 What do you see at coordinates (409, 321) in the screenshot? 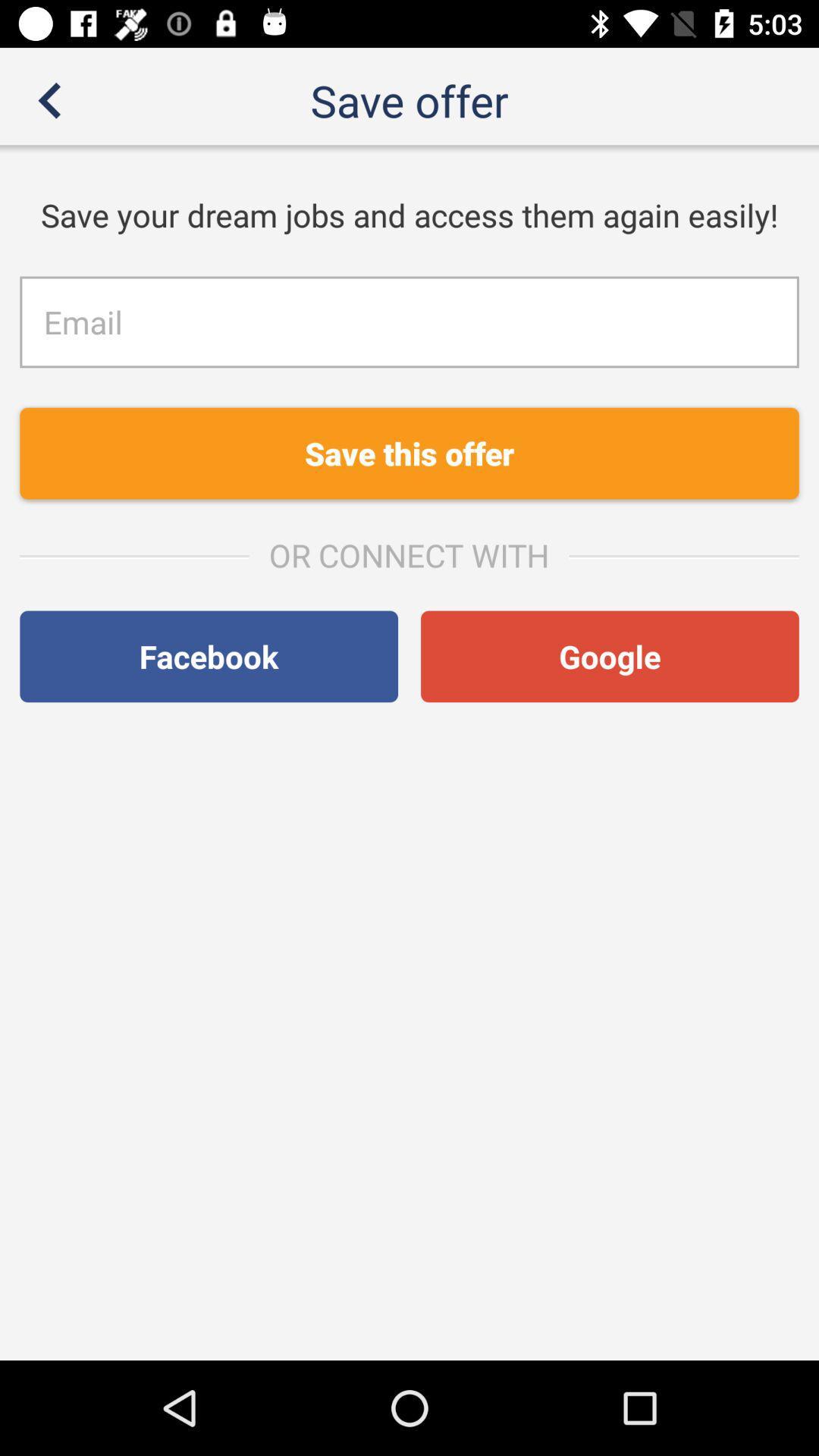
I see `mail` at bounding box center [409, 321].